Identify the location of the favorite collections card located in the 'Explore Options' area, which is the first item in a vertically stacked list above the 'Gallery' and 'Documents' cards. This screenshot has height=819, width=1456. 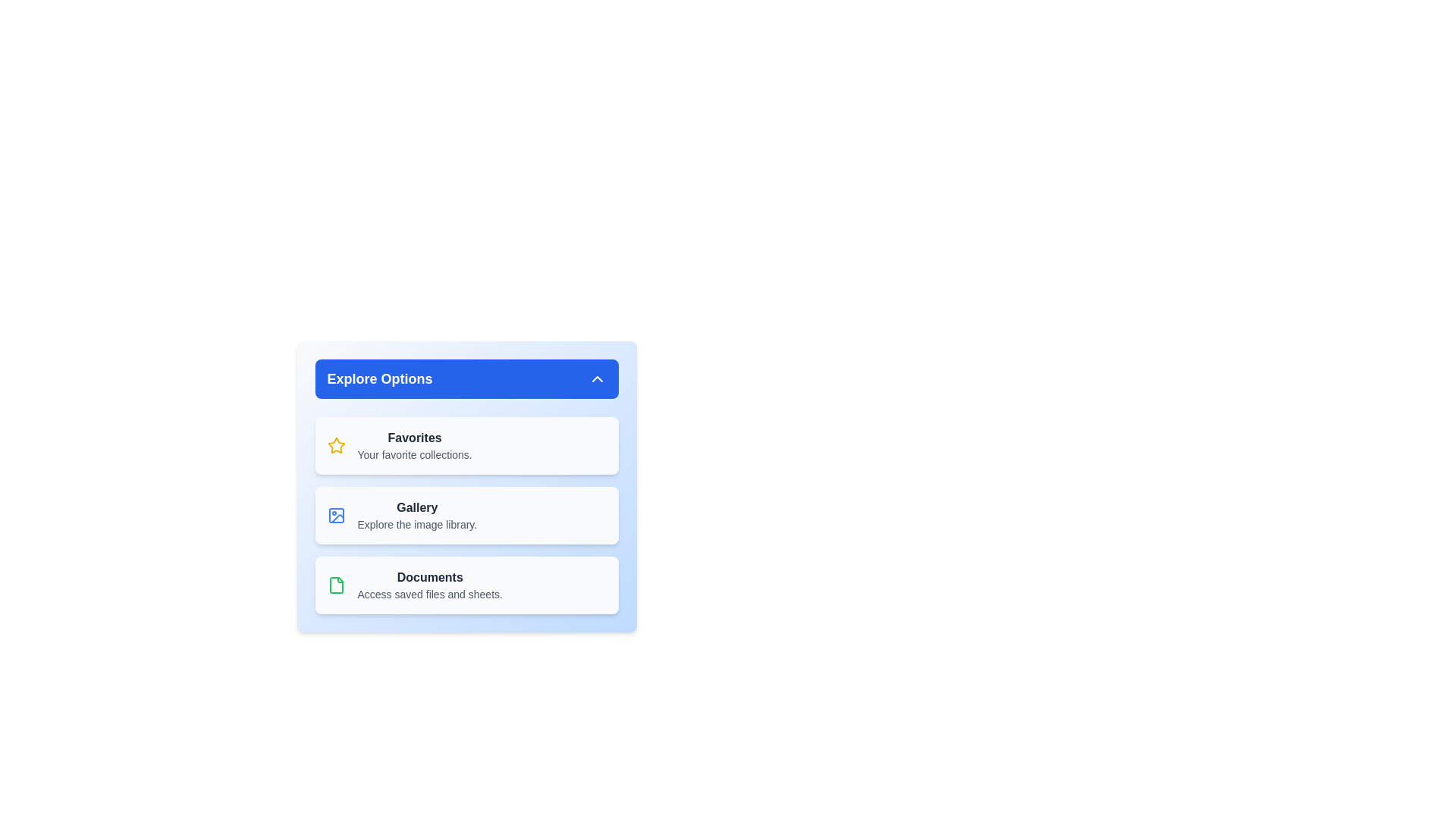
(466, 444).